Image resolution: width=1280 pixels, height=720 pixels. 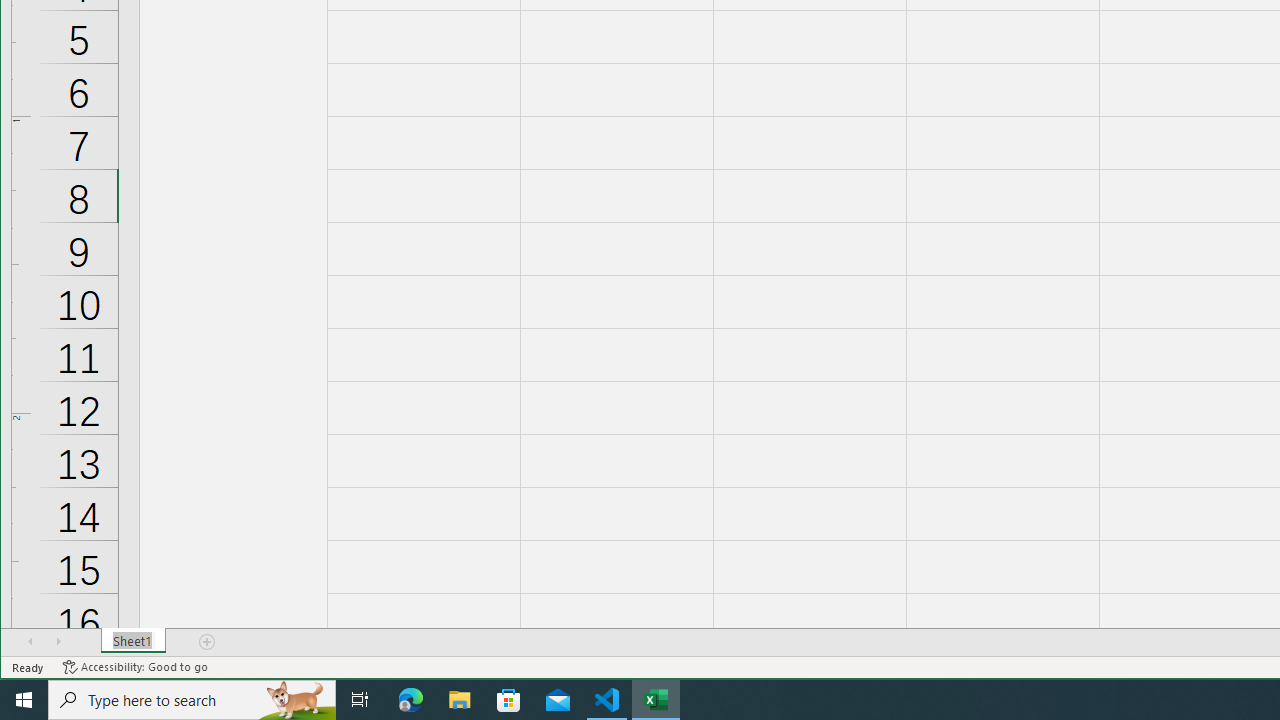 What do you see at coordinates (359, 698) in the screenshot?
I see `'Task View'` at bounding box center [359, 698].